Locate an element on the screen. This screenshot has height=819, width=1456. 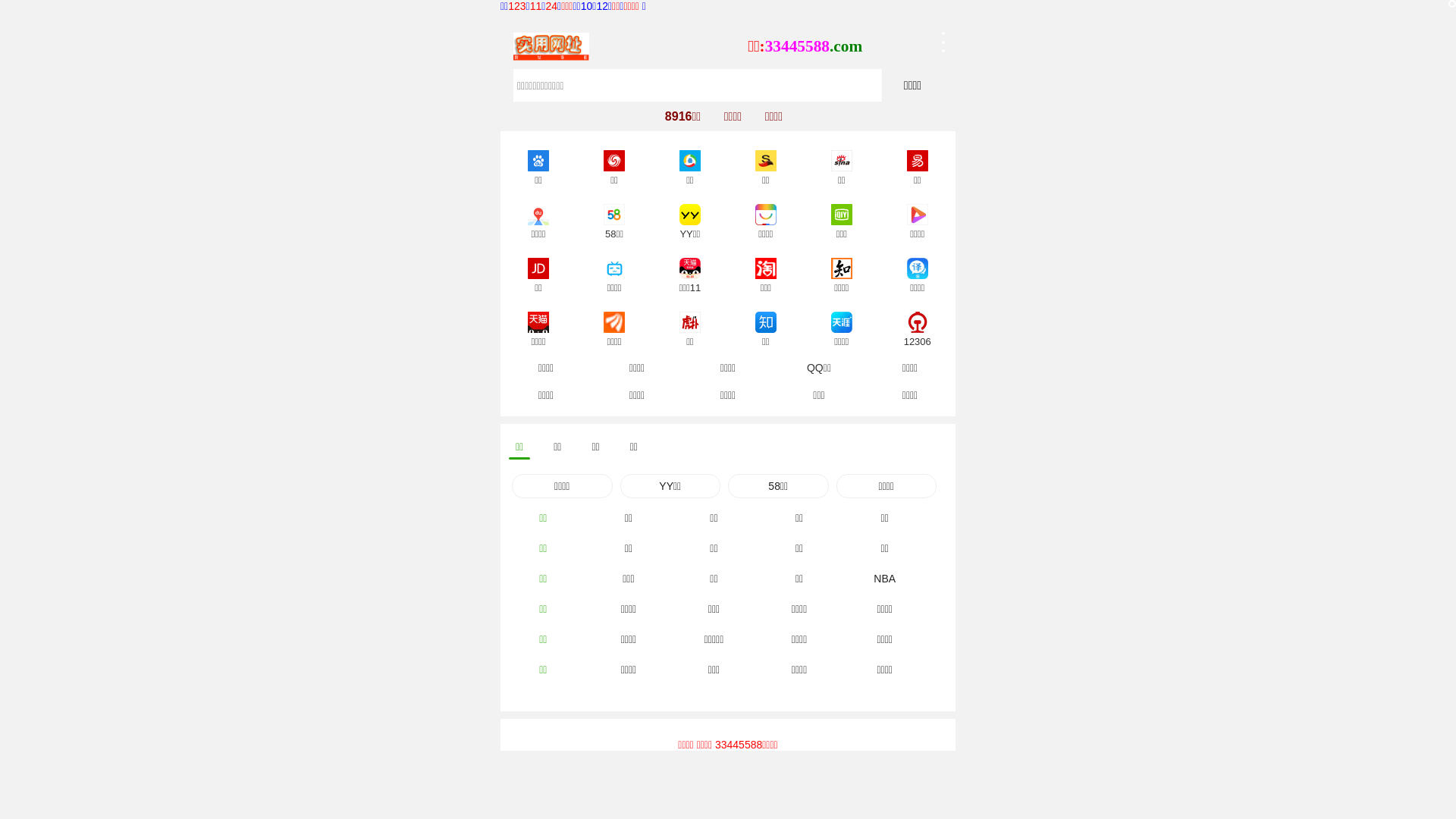
'12306' is located at coordinates (916, 318).